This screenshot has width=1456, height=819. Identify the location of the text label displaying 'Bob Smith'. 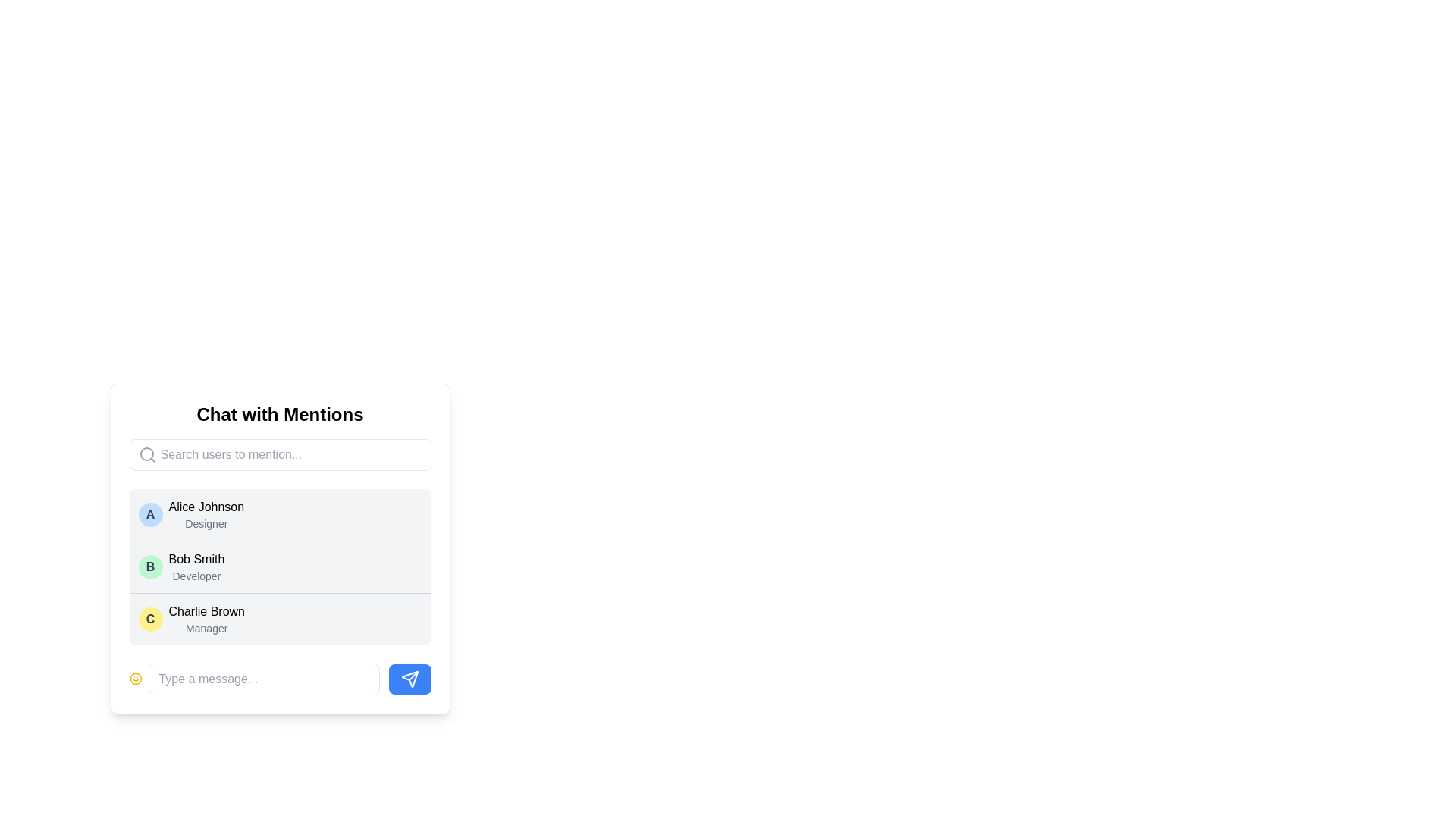
(196, 559).